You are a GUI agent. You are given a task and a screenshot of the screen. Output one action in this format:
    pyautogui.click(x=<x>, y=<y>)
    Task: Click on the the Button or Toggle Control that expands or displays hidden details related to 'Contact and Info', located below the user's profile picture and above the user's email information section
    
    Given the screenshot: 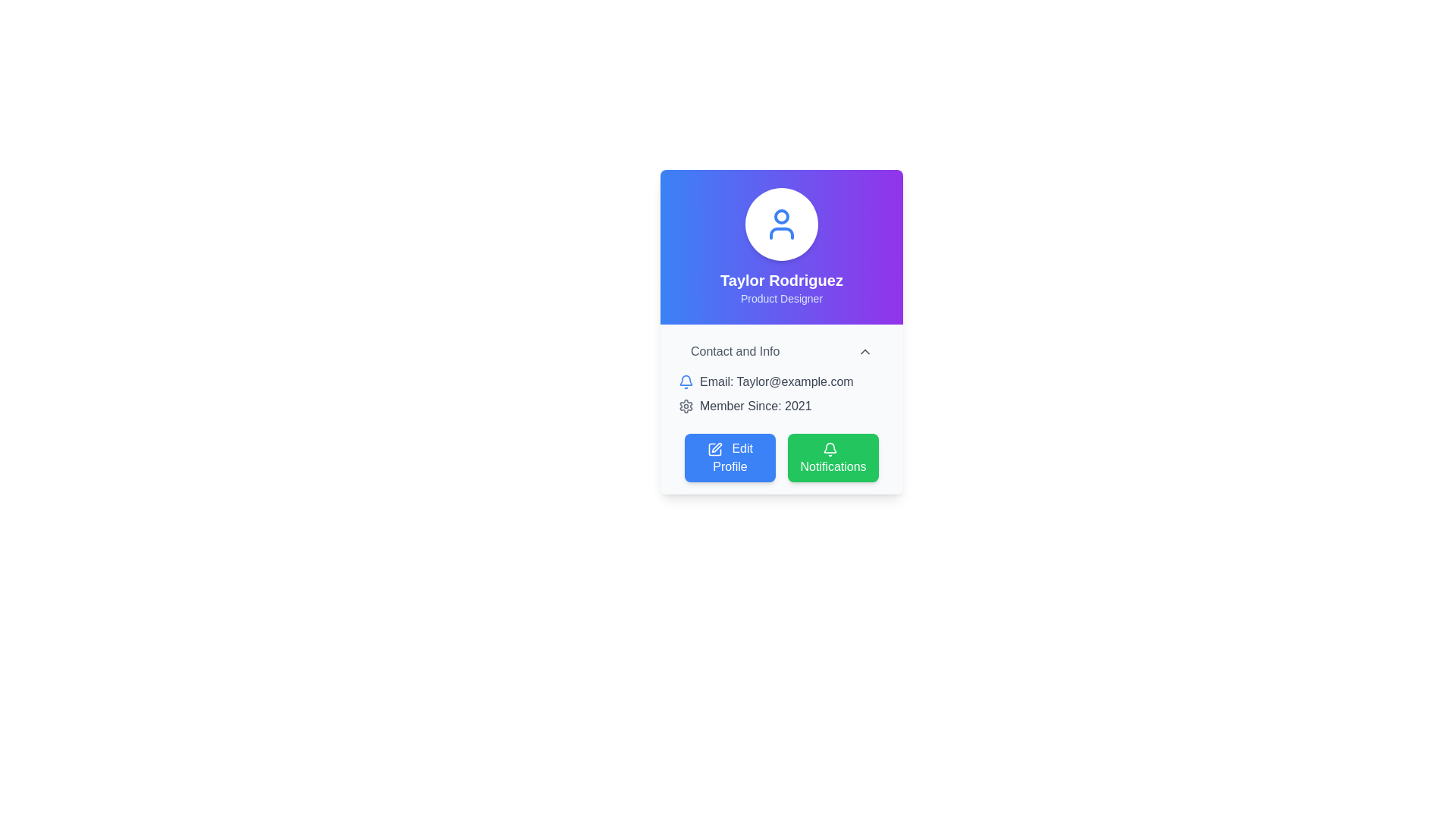 What is the action you would take?
    pyautogui.click(x=782, y=351)
    